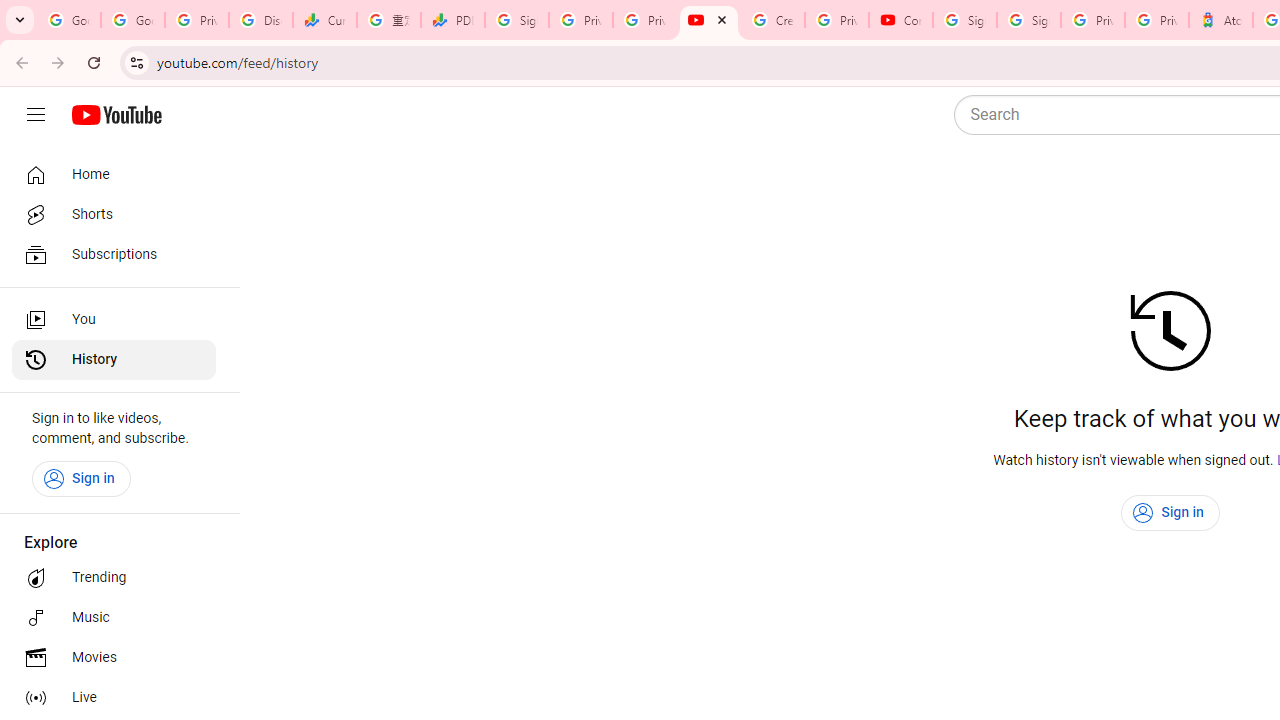  Describe the element at coordinates (772, 20) in the screenshot. I see `'Create your Google Account'` at that location.